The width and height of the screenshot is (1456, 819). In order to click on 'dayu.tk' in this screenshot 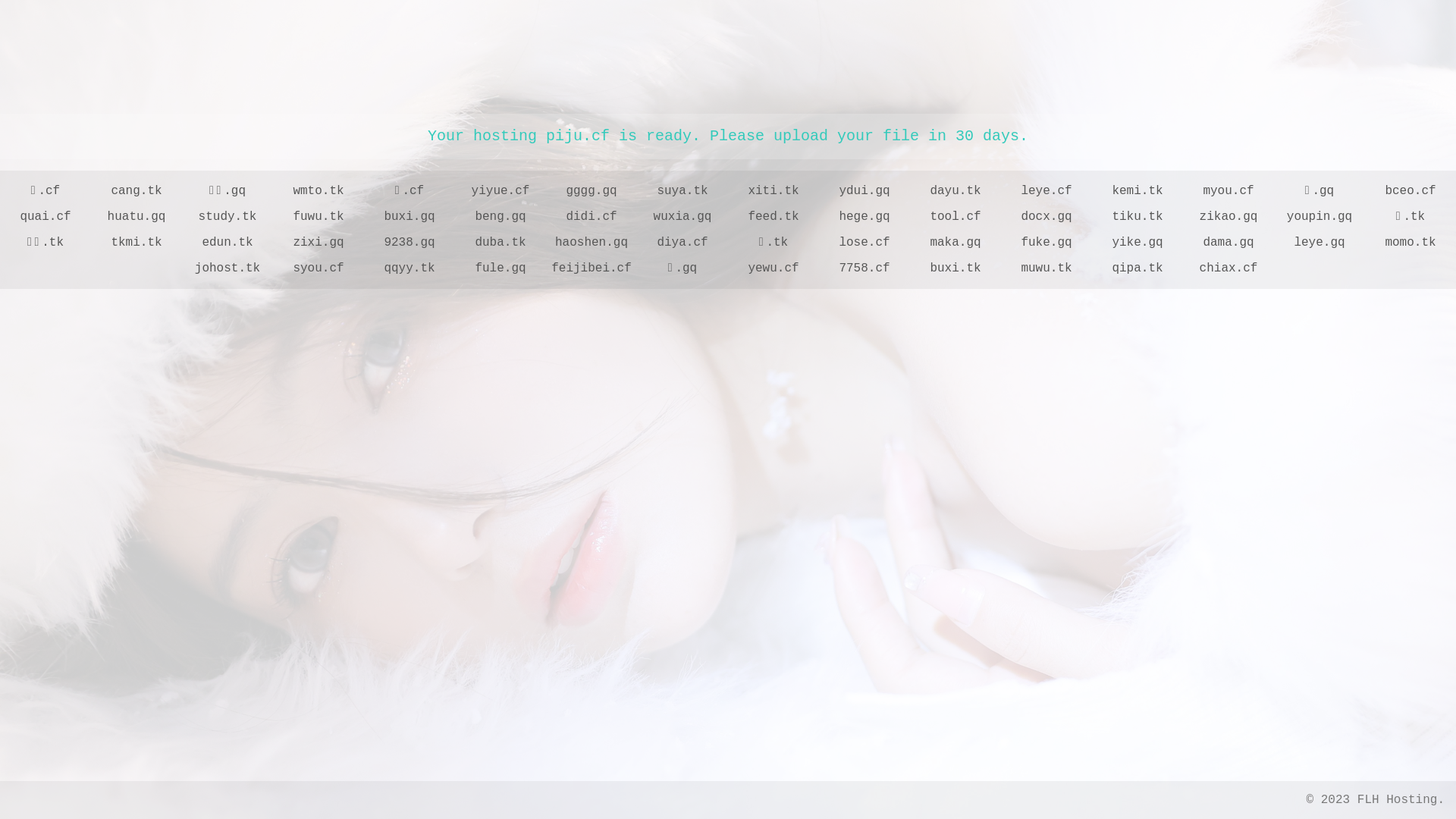, I will do `click(954, 190)`.